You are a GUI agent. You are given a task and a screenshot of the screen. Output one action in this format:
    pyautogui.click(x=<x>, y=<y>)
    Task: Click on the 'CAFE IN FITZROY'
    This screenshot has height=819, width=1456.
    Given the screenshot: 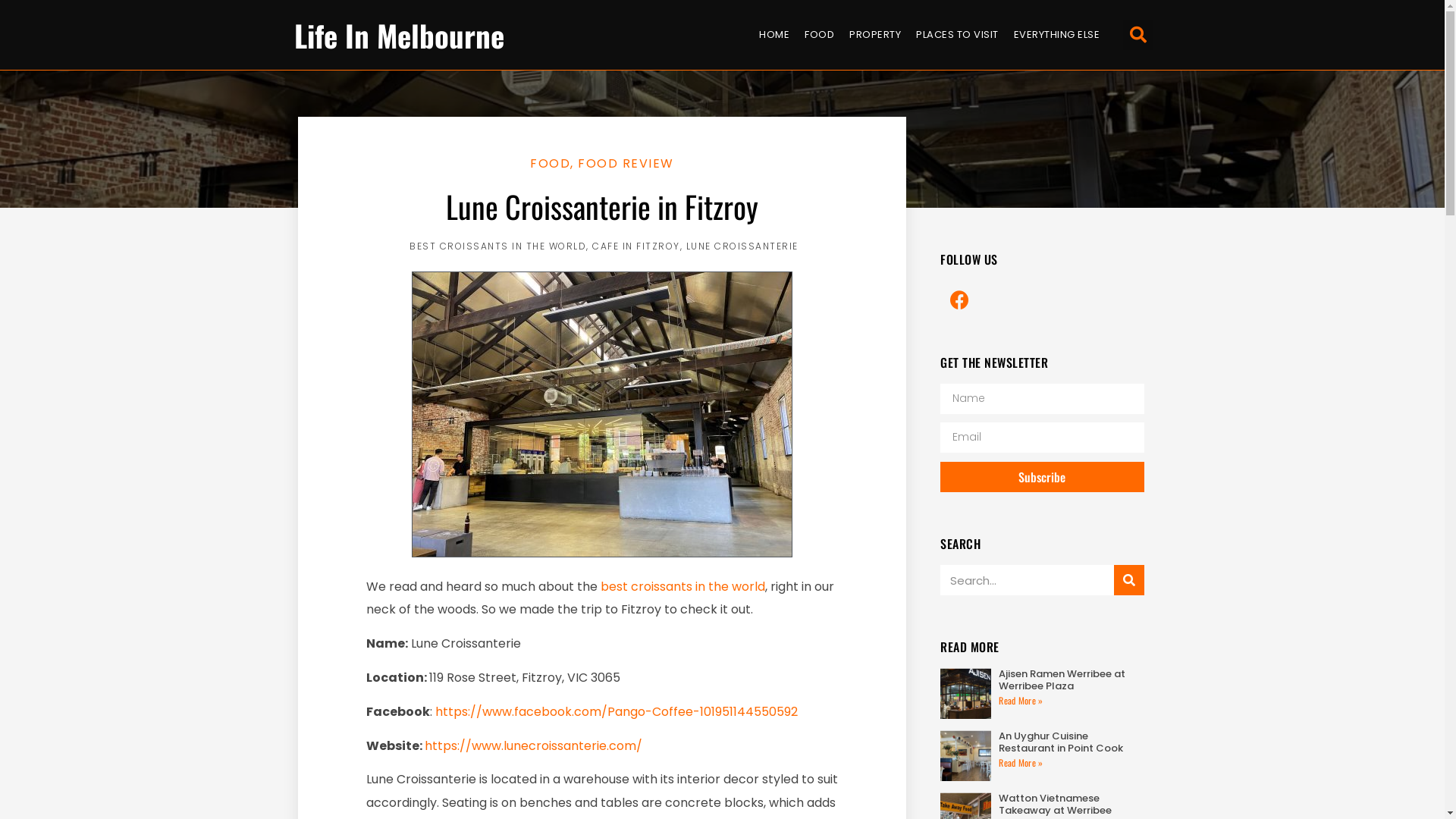 What is the action you would take?
    pyautogui.click(x=636, y=245)
    